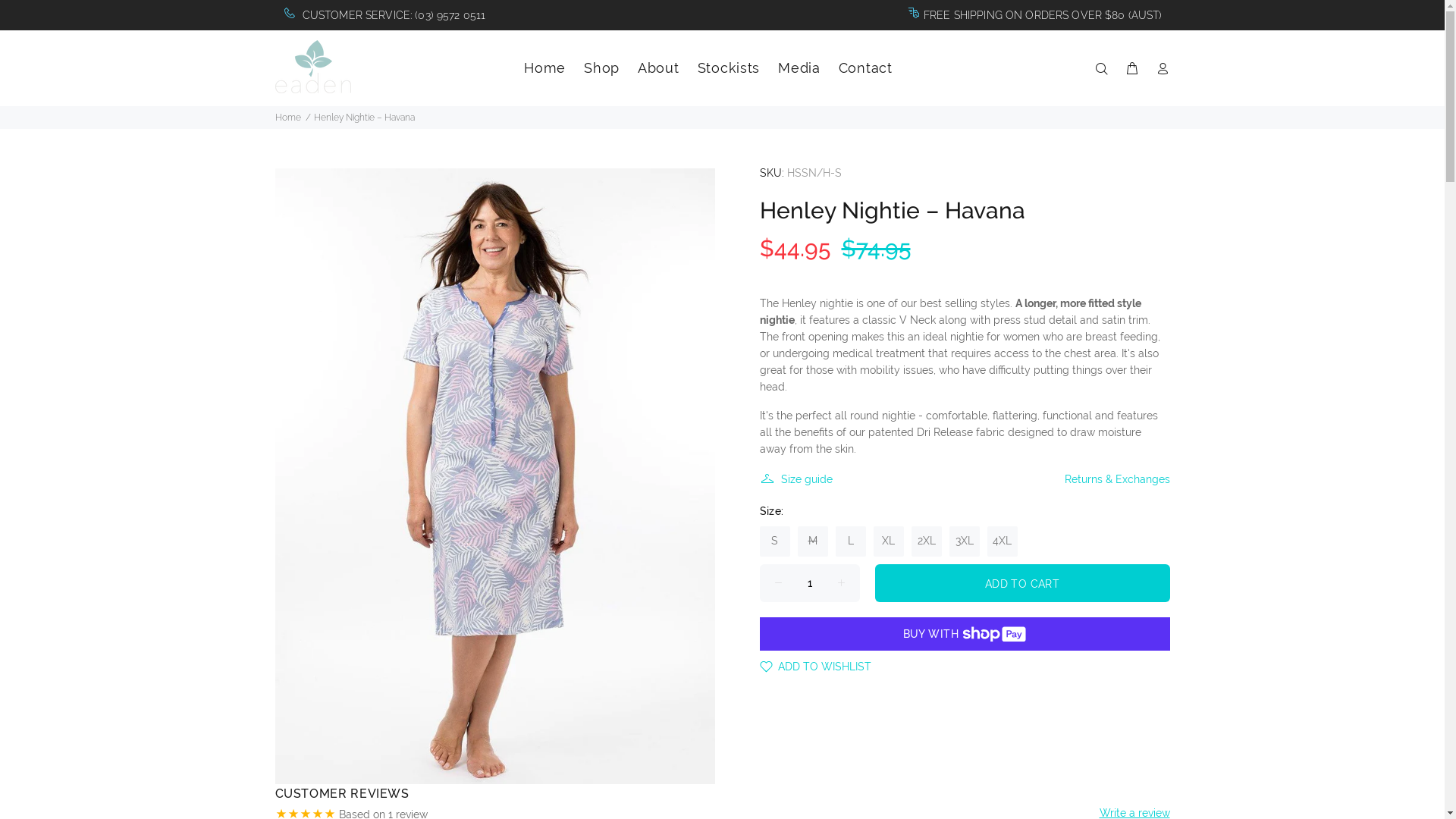  I want to click on 'S', so click(760, 540).